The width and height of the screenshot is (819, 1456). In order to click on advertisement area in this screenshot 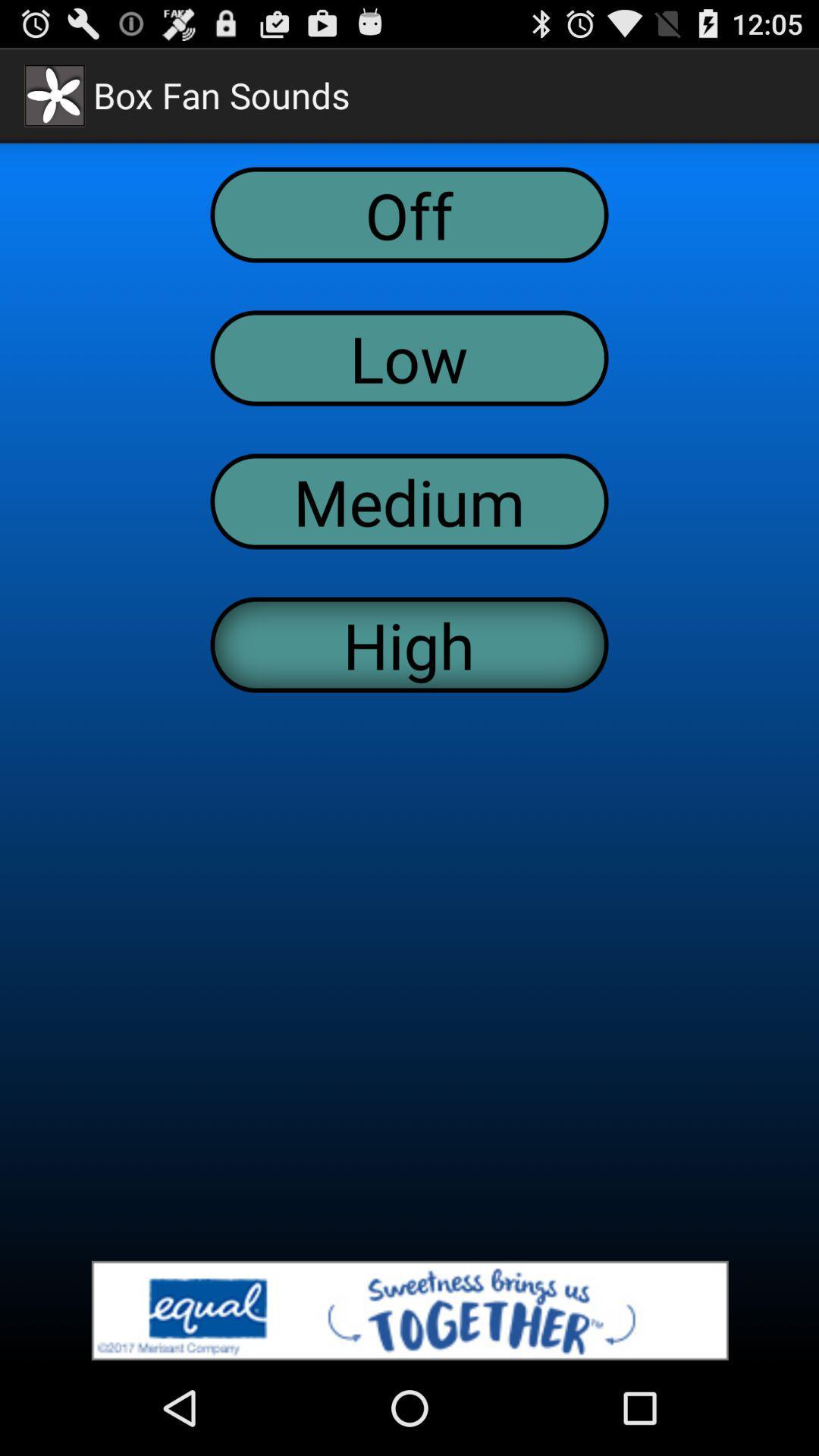, I will do `click(409, 1310)`.